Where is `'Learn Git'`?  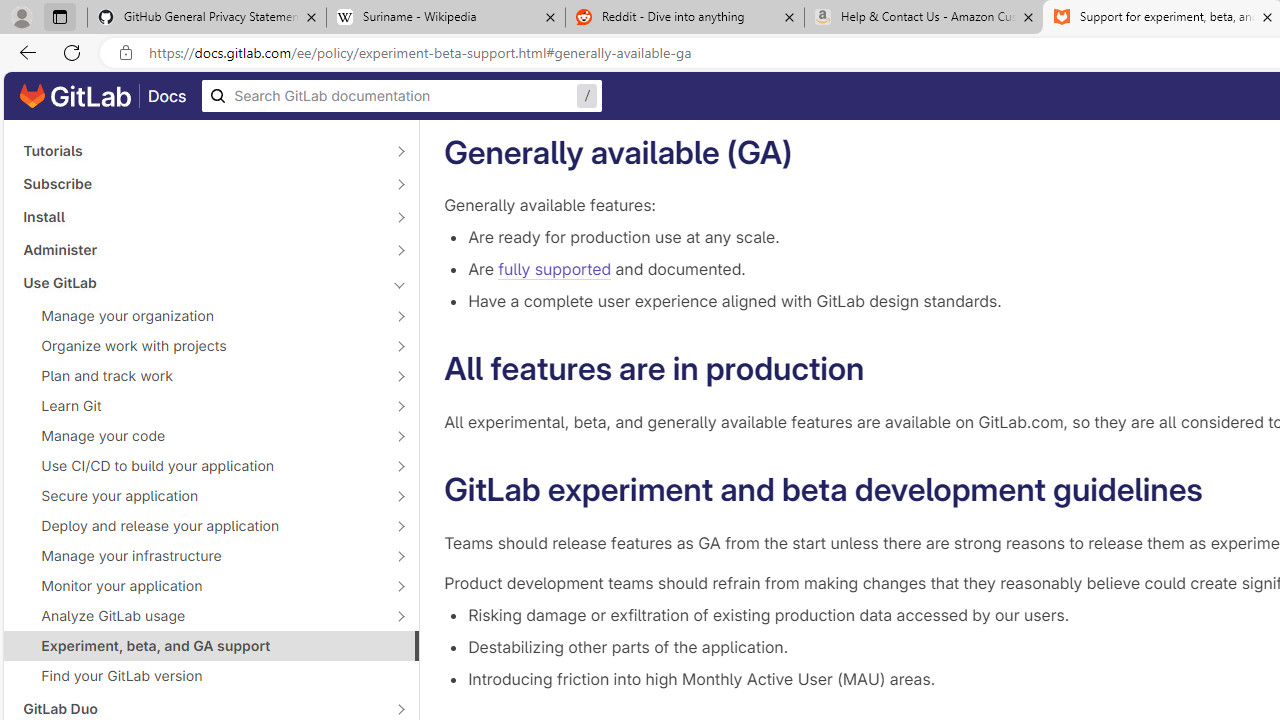 'Learn Git' is located at coordinates (200, 405).